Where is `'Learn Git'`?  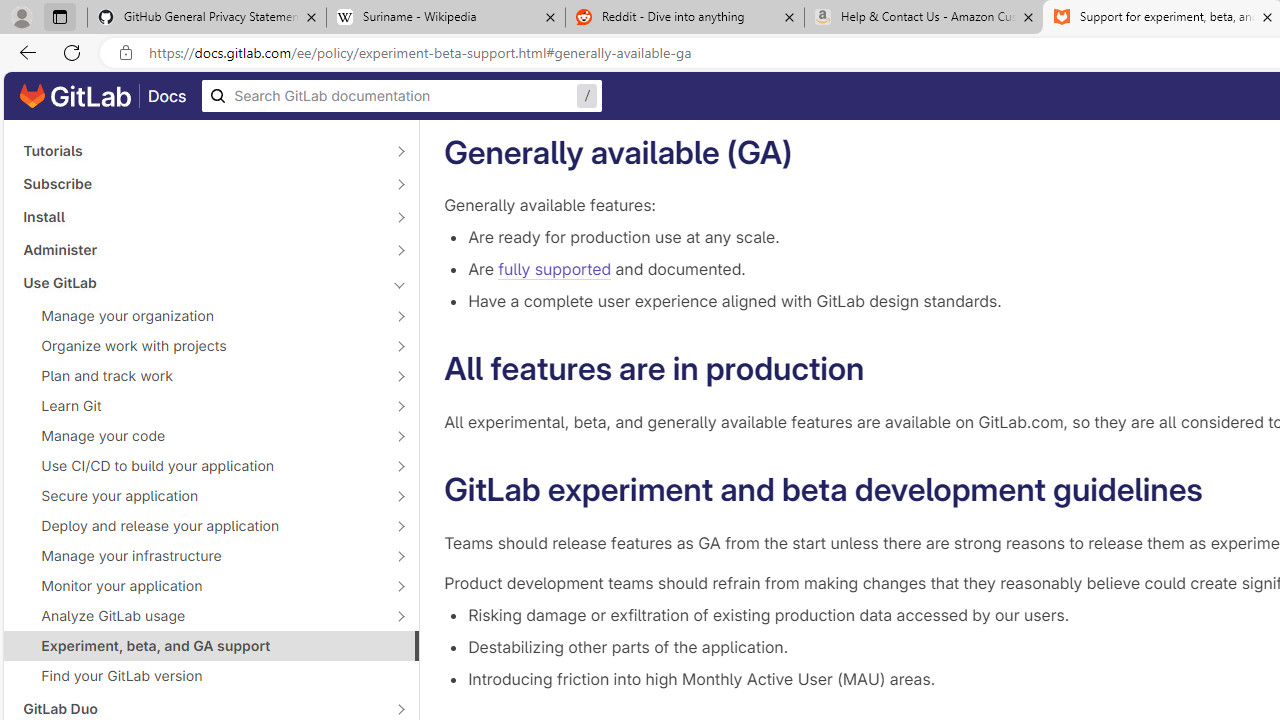 'Learn Git' is located at coordinates (200, 405).